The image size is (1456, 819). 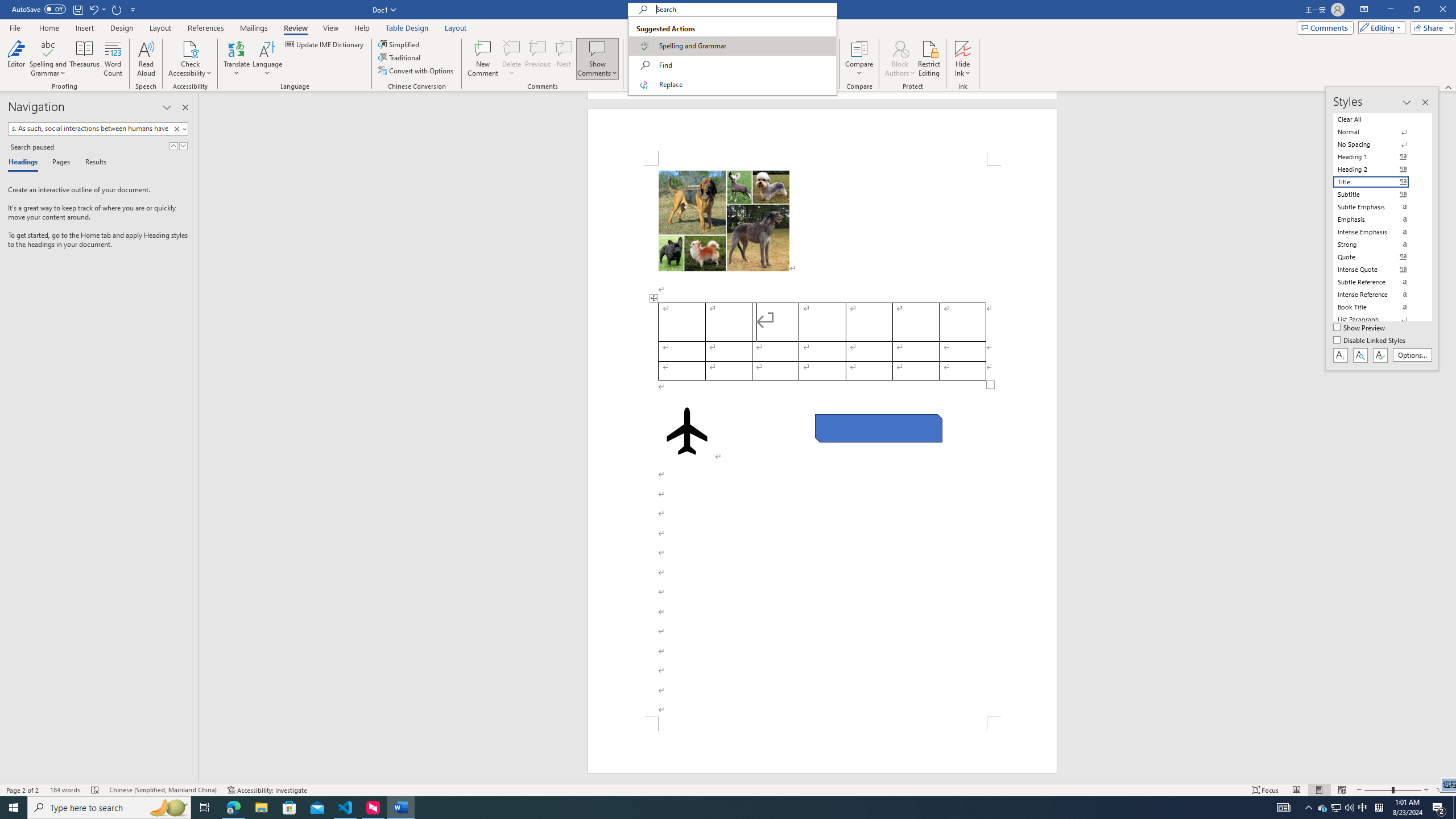 What do you see at coordinates (732, 85) in the screenshot?
I see `'Replace'` at bounding box center [732, 85].